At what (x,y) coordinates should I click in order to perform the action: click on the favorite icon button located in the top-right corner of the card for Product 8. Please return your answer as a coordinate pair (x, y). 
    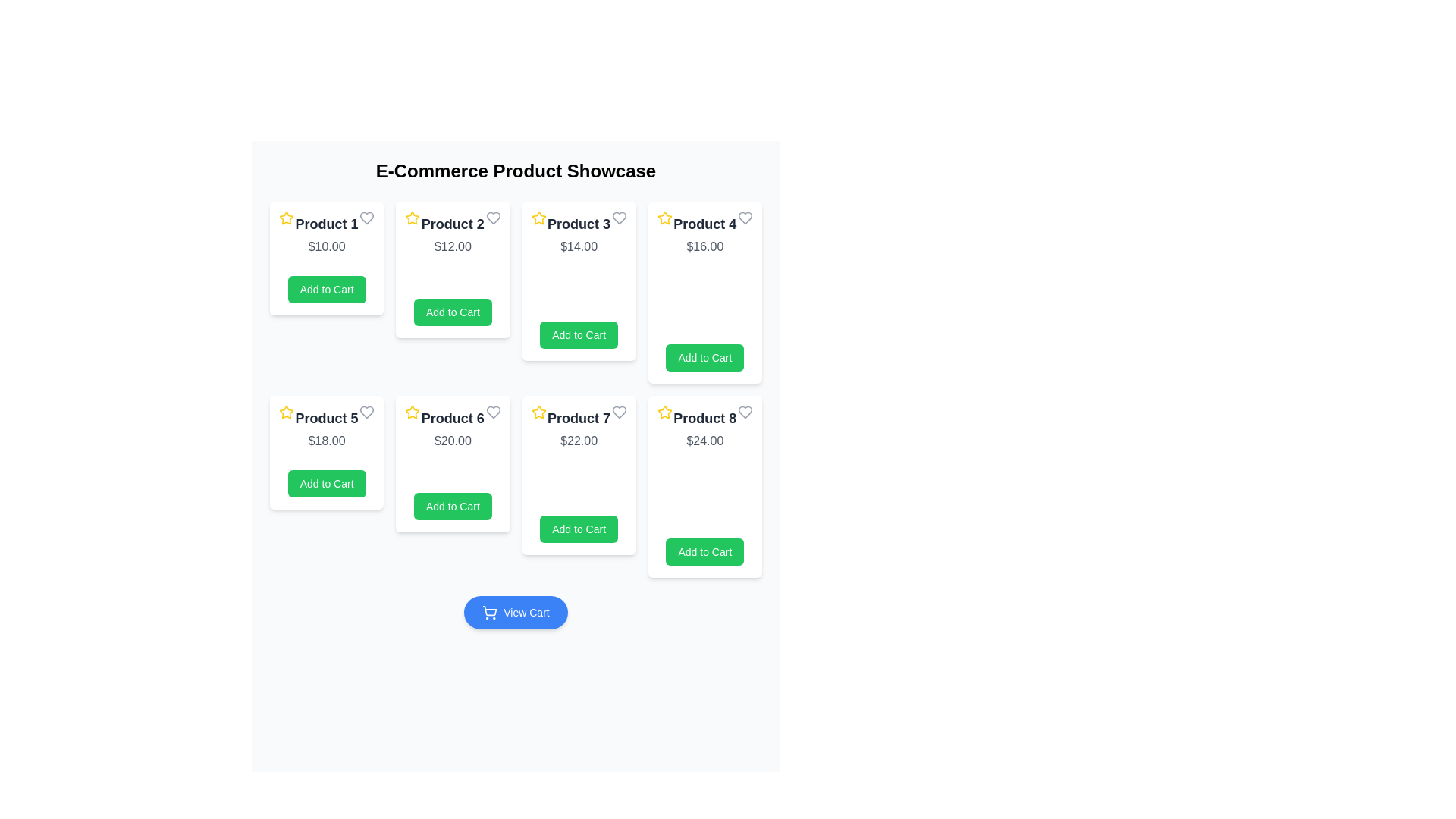
    Looking at the image, I should click on (745, 412).